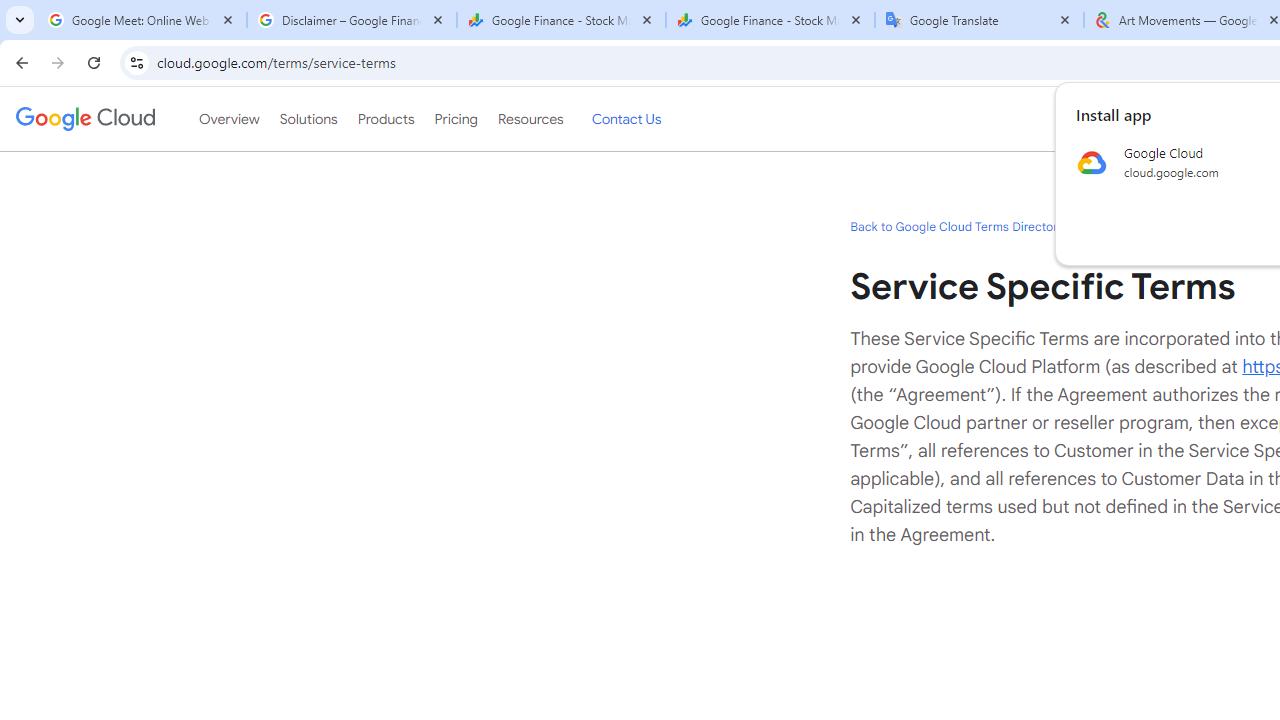 The width and height of the screenshot is (1280, 720). Describe the element at coordinates (454, 119) in the screenshot. I see `'Pricing'` at that location.